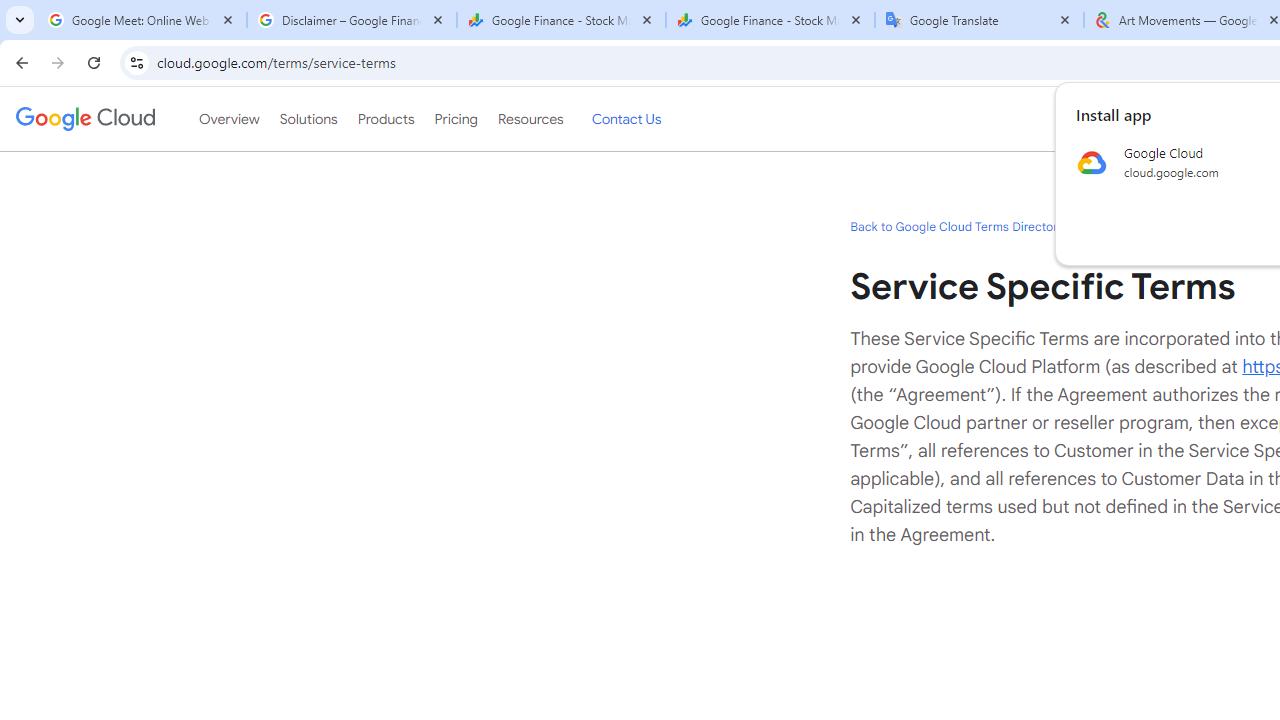 The width and height of the screenshot is (1280, 720). Describe the element at coordinates (454, 119) in the screenshot. I see `'Pricing'` at that location.